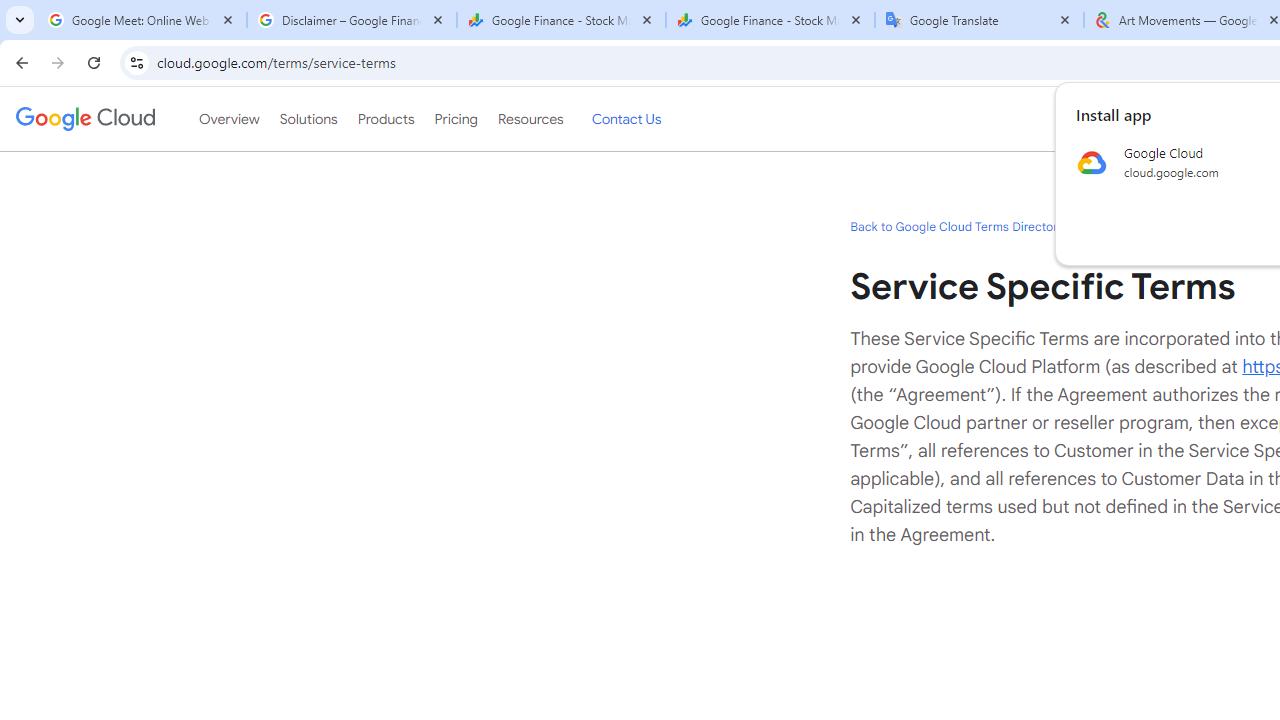 The width and height of the screenshot is (1280, 720). Describe the element at coordinates (454, 119) in the screenshot. I see `'Pricing'` at that location.